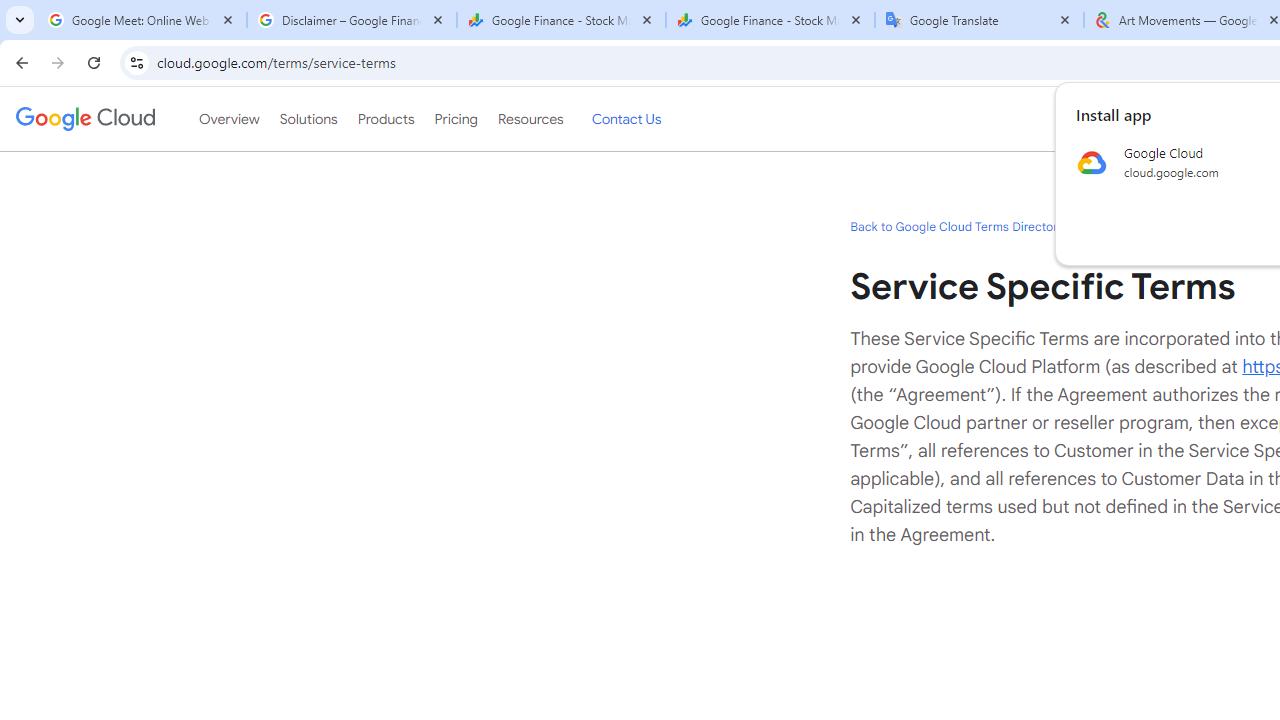 The width and height of the screenshot is (1280, 720). Describe the element at coordinates (454, 119) in the screenshot. I see `'Pricing'` at that location.